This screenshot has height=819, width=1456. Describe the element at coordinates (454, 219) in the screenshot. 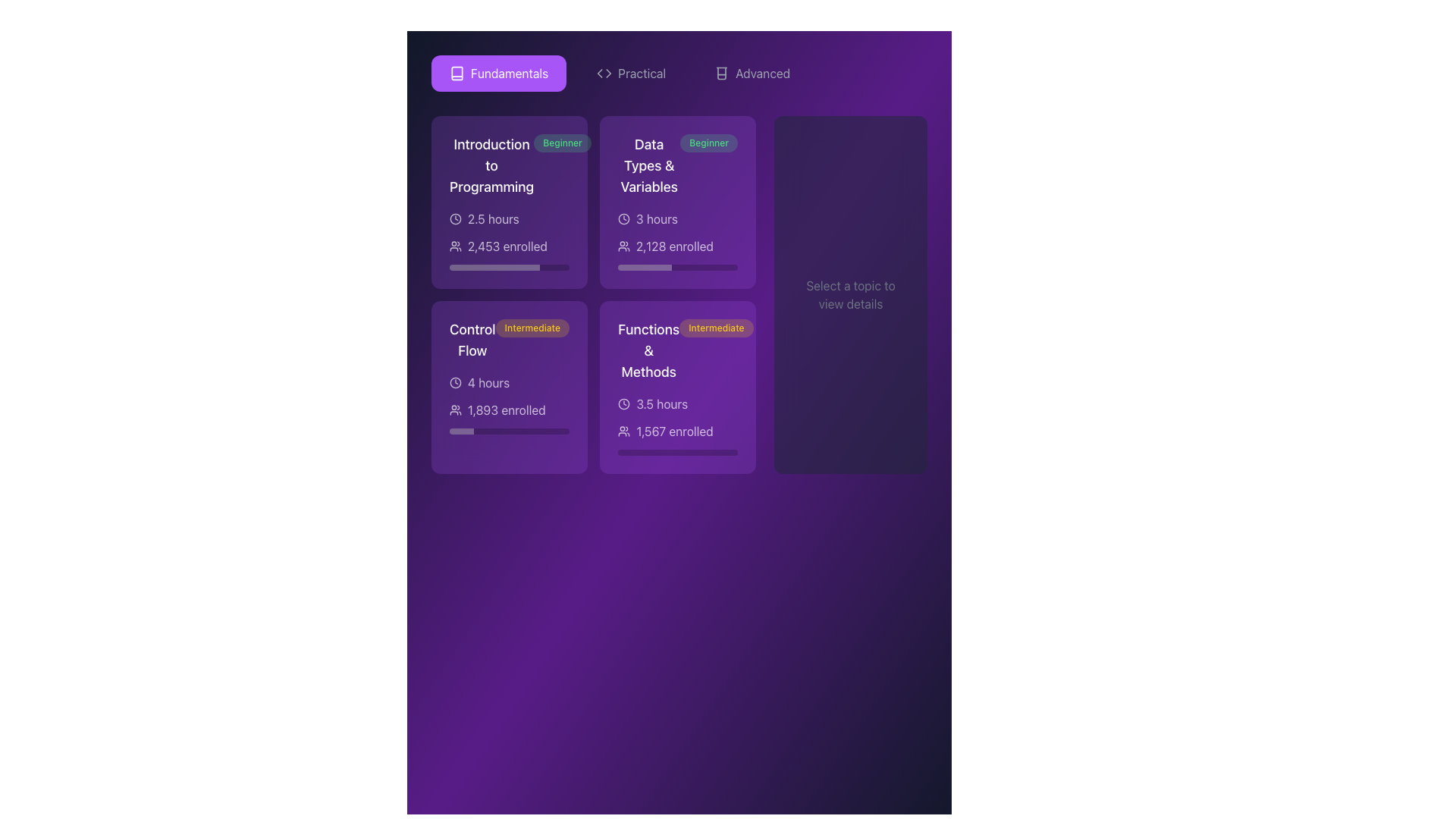

I see `the clock icon representing the duration of the course 'Introduction to Programming' located on the left side of the text '2.5 hours'` at that location.